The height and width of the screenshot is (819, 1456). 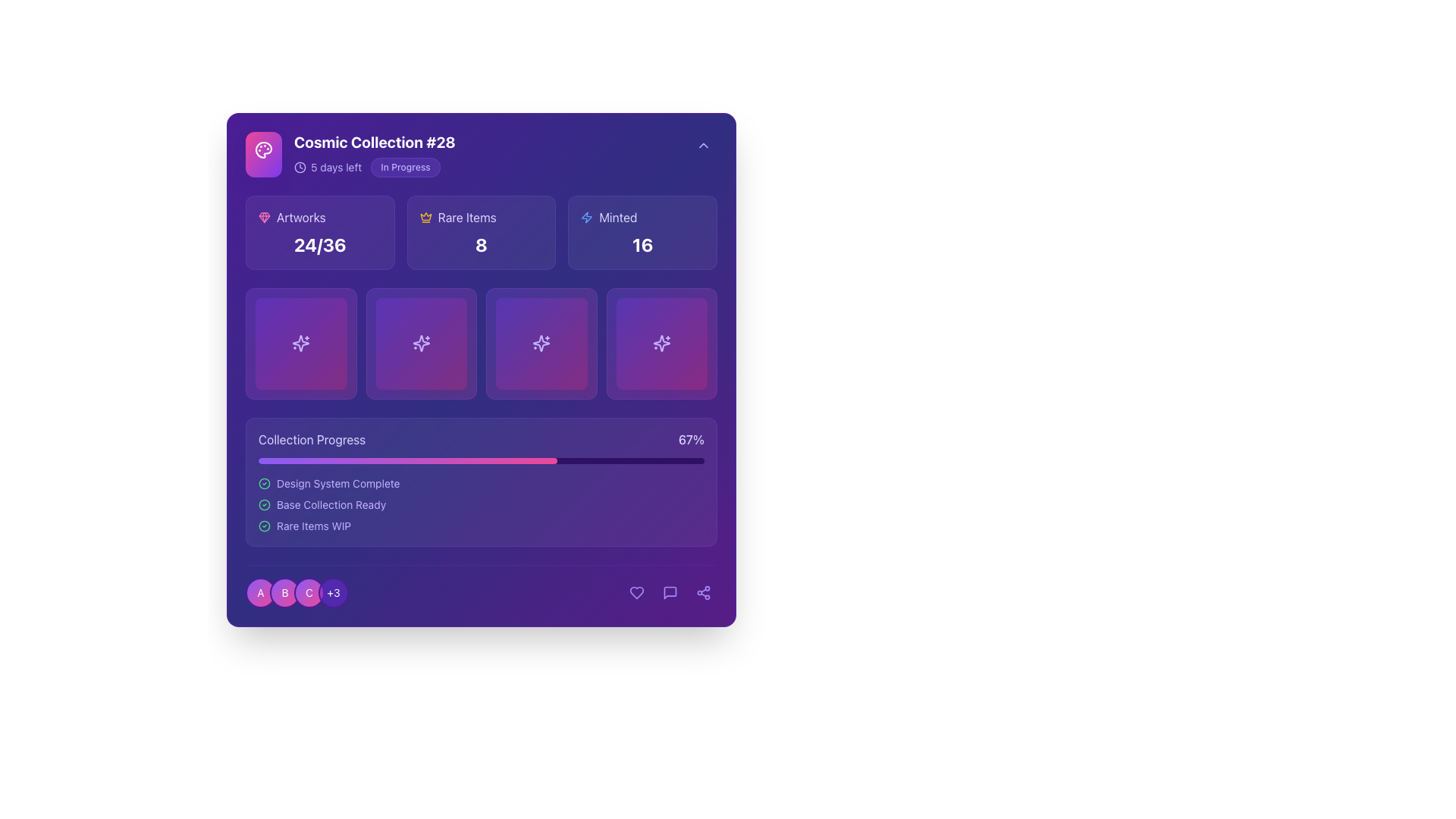 What do you see at coordinates (541, 344) in the screenshot?
I see `the star icon located in the middle section of the user interface, which is the third icon in the second row of rectangular containers, to interact with it` at bounding box center [541, 344].